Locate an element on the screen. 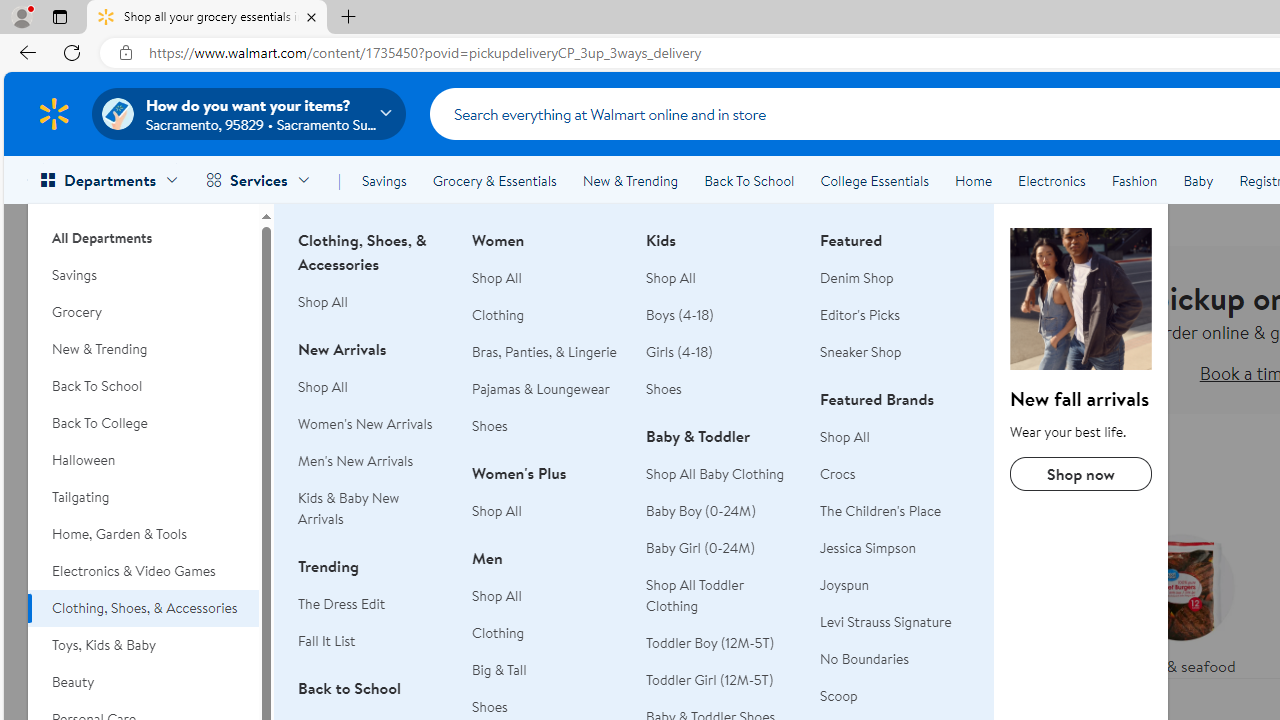 Image resolution: width=1280 pixels, height=720 pixels. 'Shop All Baby Clothing' is located at coordinates (715, 473).